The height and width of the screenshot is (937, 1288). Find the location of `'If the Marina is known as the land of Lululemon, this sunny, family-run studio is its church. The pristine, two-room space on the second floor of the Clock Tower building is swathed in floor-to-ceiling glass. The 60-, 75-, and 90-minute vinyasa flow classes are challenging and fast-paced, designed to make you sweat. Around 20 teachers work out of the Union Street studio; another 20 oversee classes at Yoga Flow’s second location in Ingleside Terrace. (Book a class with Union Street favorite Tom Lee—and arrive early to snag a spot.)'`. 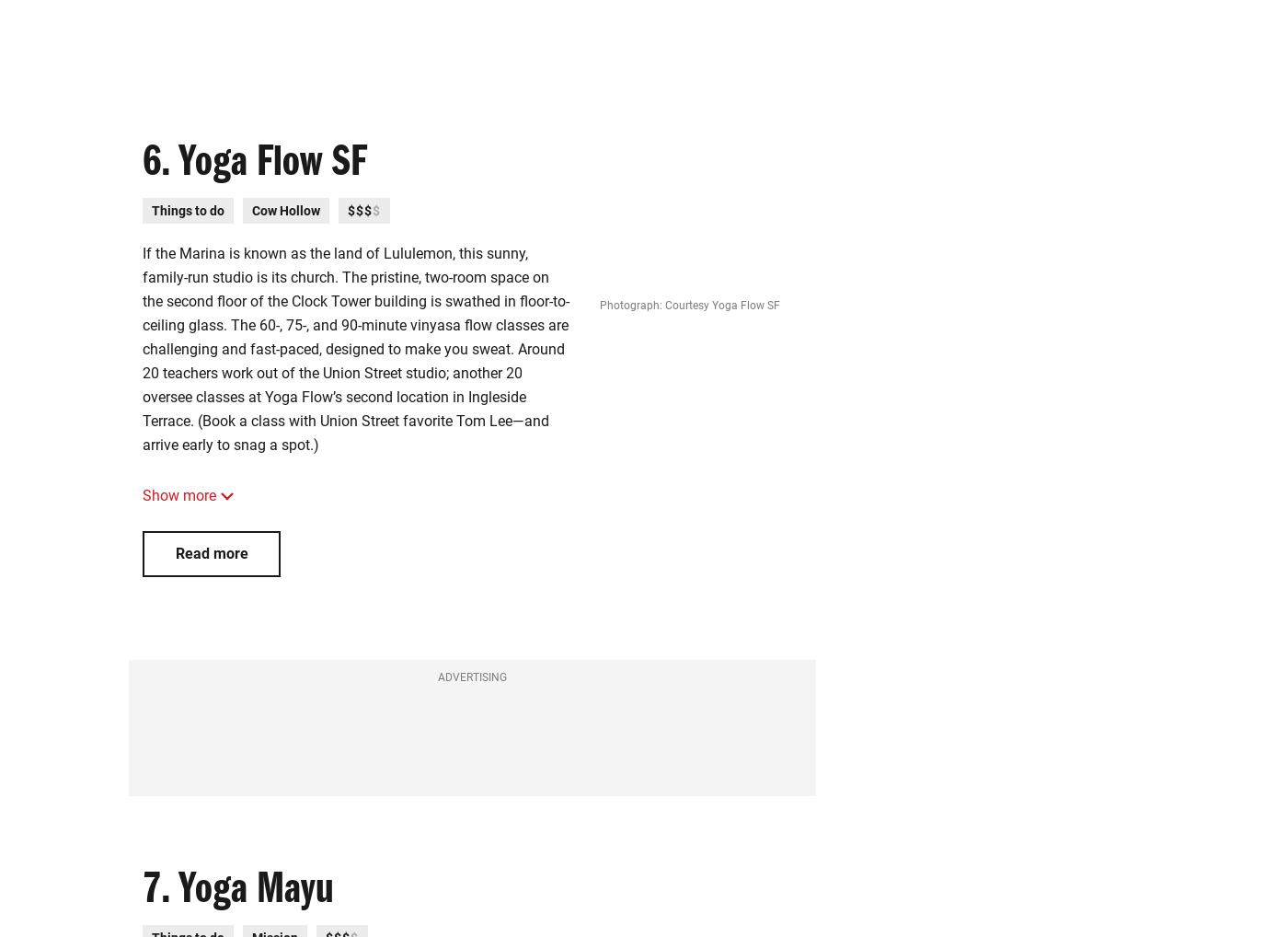

'If the Marina is known as the land of Lululemon, this sunny, family-run studio is its church. The pristine, two-room space on the second floor of the Clock Tower building is swathed in floor-to-ceiling glass. The 60-, 75-, and 90-minute vinyasa flow classes are challenging and fast-paced, designed to make you sweat. Around 20 teachers work out of the Union Street studio; another 20 oversee classes at Yoga Flow’s second location in Ingleside Terrace. (Book a class with Union Street favorite Tom Lee—and arrive early to snag a spot.)' is located at coordinates (354, 349).